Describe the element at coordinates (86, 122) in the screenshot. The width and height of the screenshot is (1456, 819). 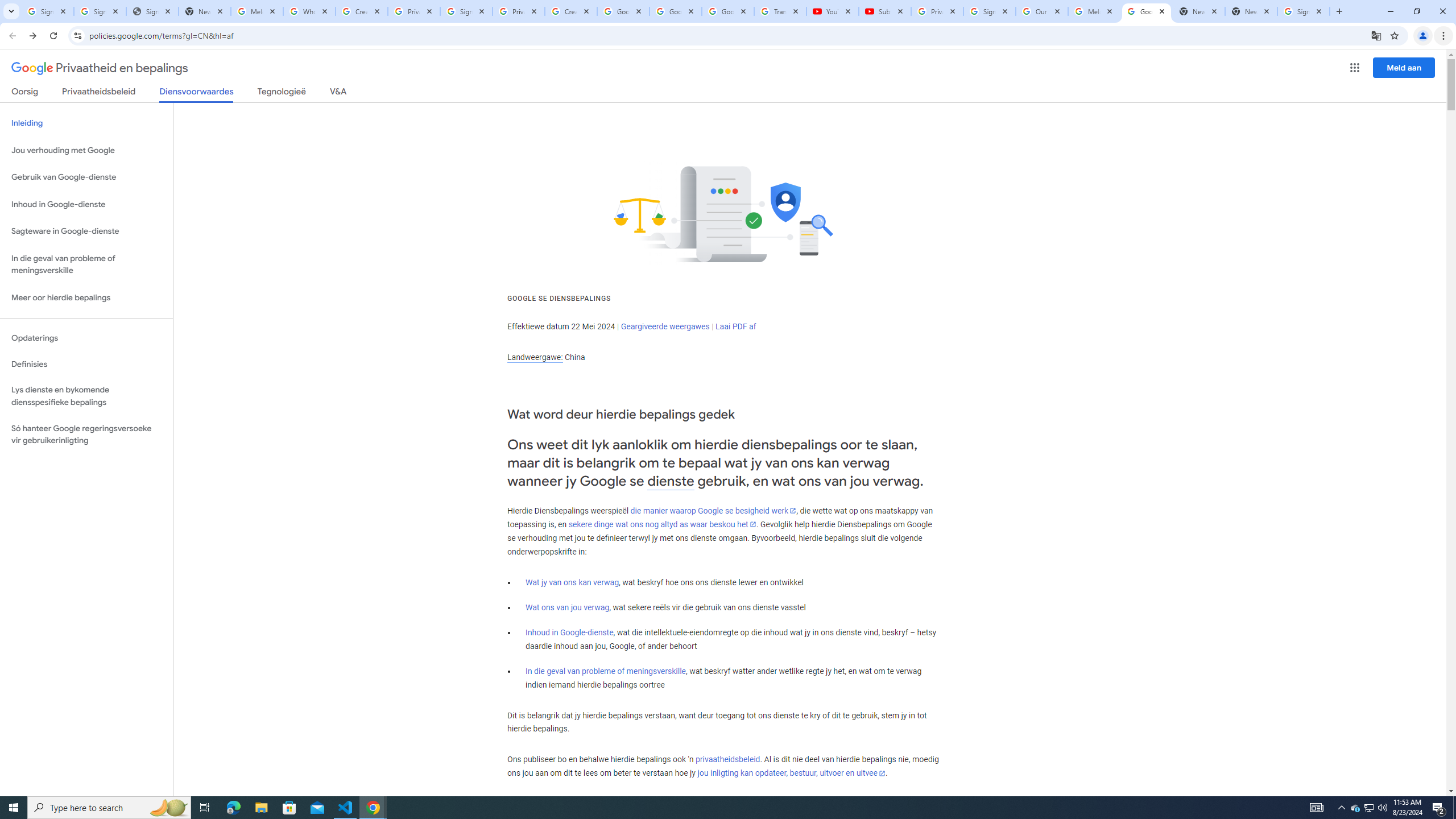
I see `'Inleiding'` at that location.